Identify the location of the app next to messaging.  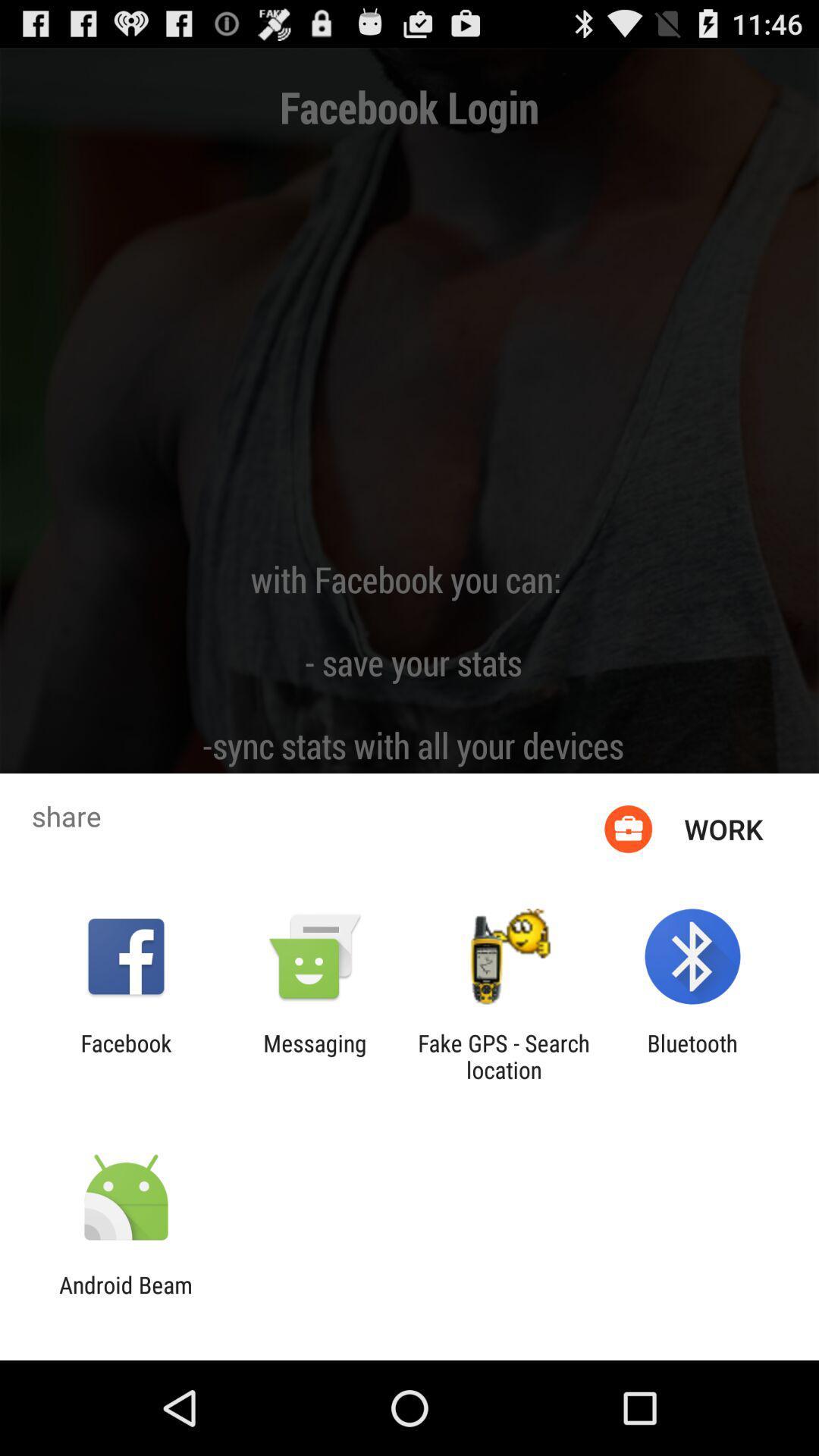
(125, 1056).